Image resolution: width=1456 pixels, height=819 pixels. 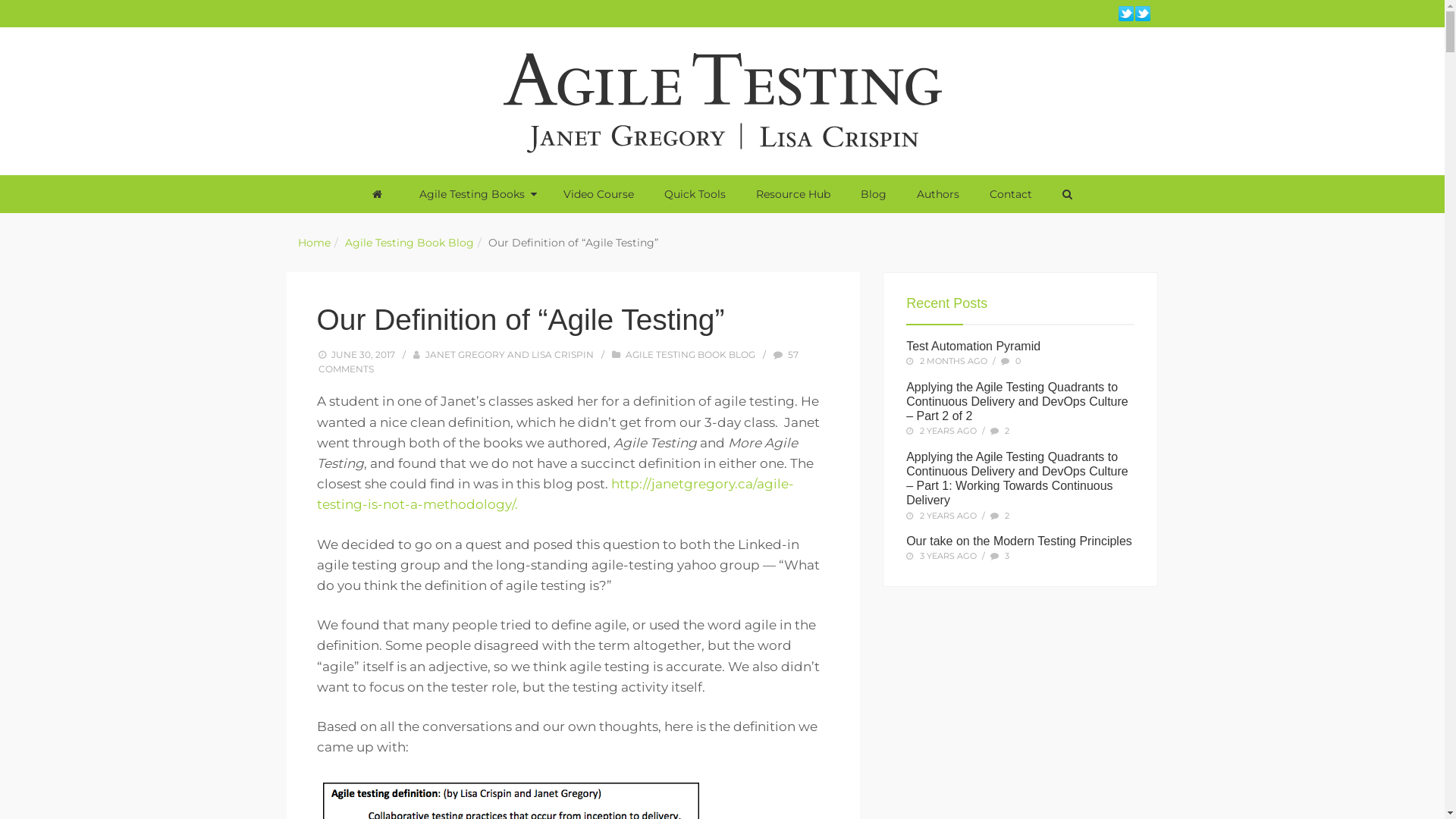 What do you see at coordinates (694, 193) in the screenshot?
I see `'Quick Tools'` at bounding box center [694, 193].